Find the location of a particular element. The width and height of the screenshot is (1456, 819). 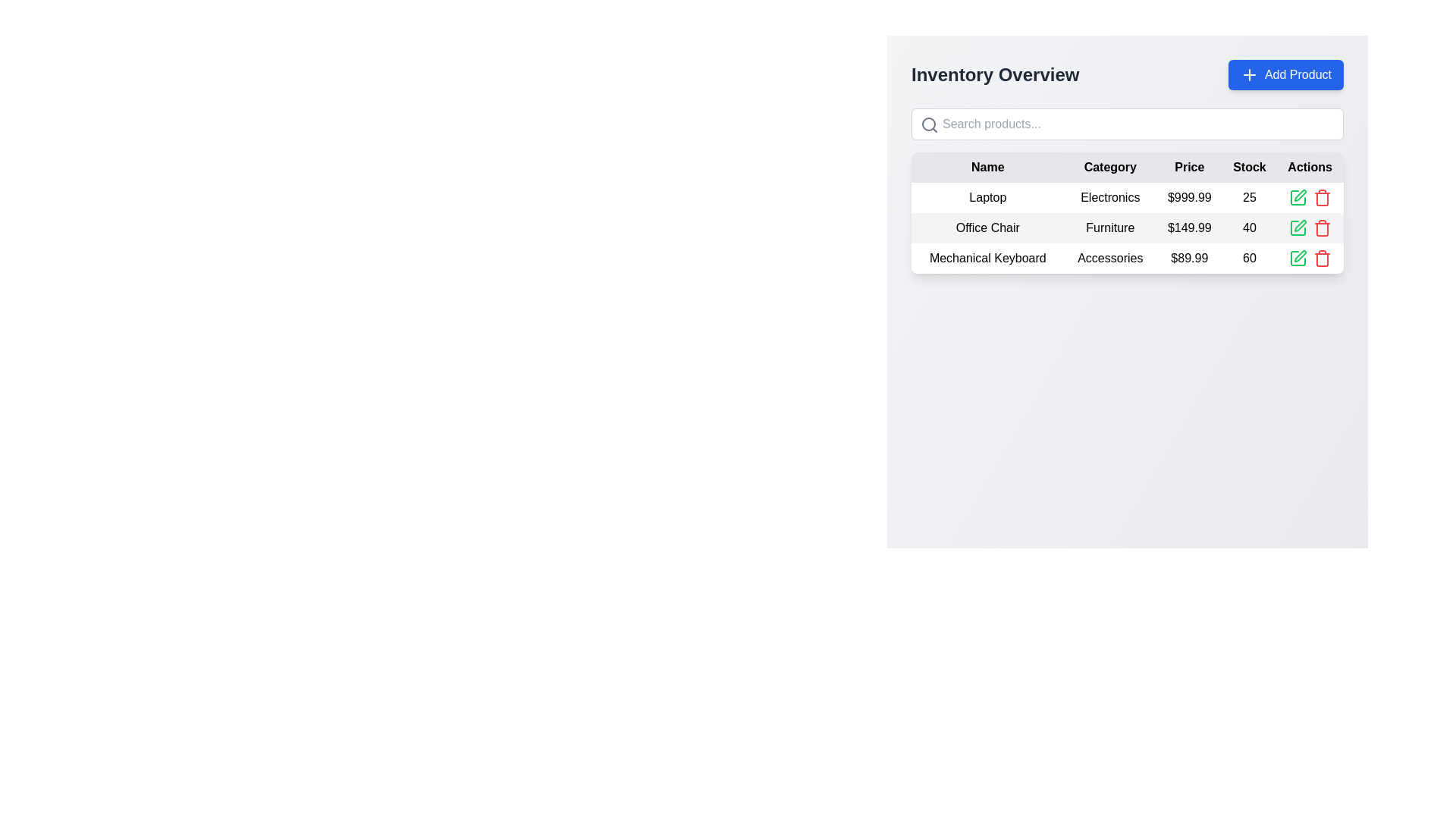

the stock quantity label for the 'Office Chair' product, located in the second row of the table under the 'Stock' column is located at coordinates (1249, 227).